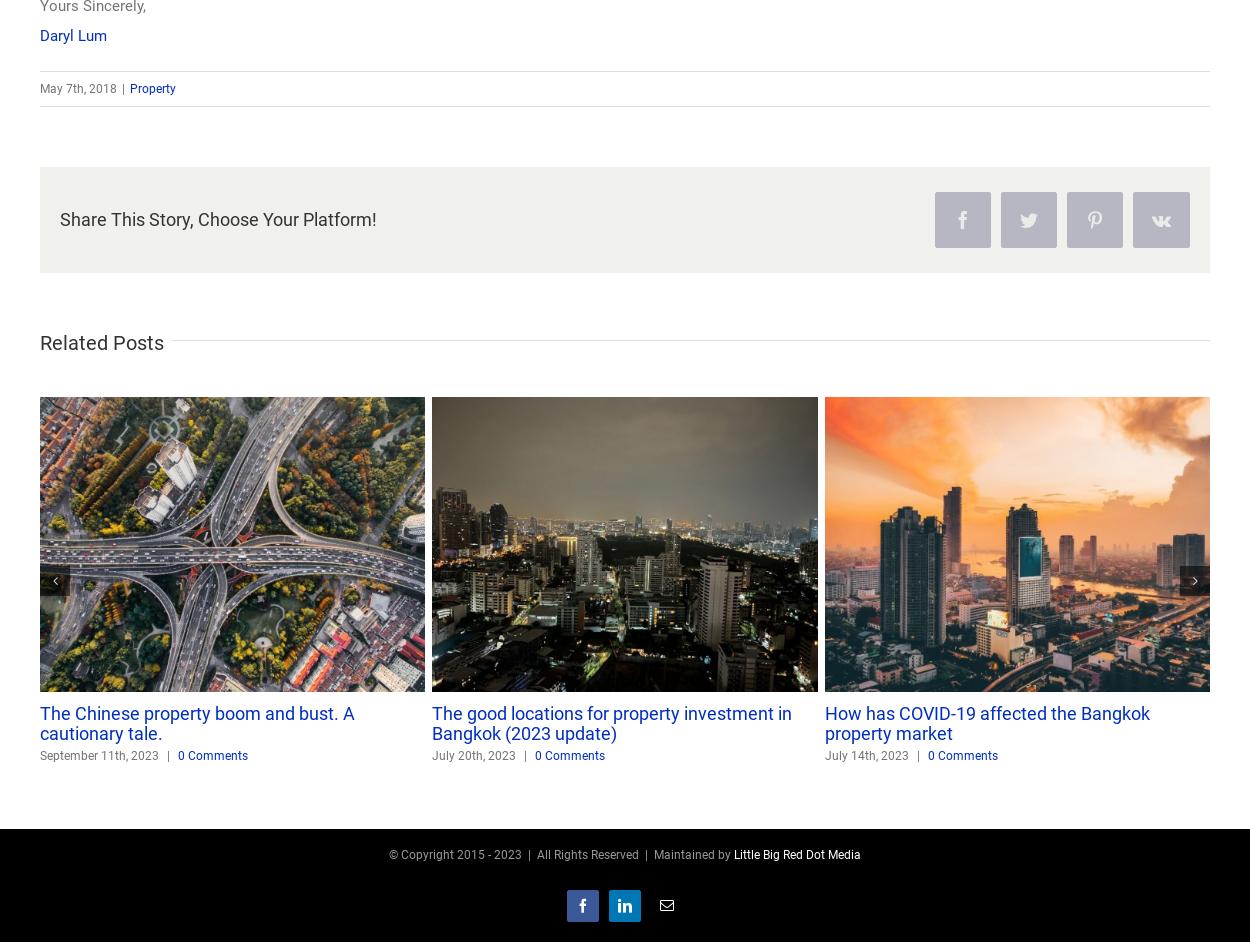  Describe the element at coordinates (865, 755) in the screenshot. I see `'July 14th, 2023'` at that location.